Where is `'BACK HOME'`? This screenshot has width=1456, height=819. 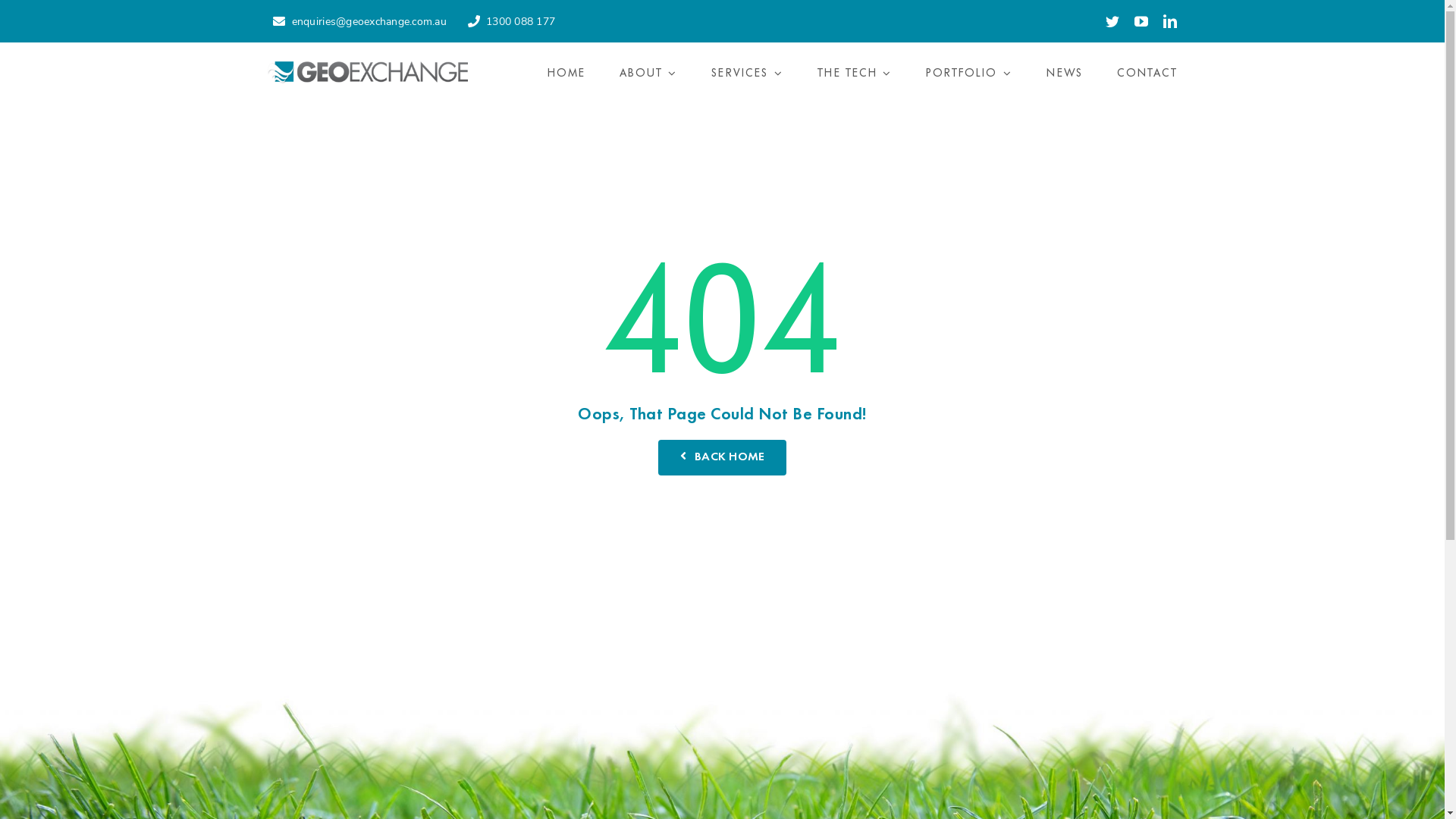 'BACK HOME' is located at coordinates (722, 456).